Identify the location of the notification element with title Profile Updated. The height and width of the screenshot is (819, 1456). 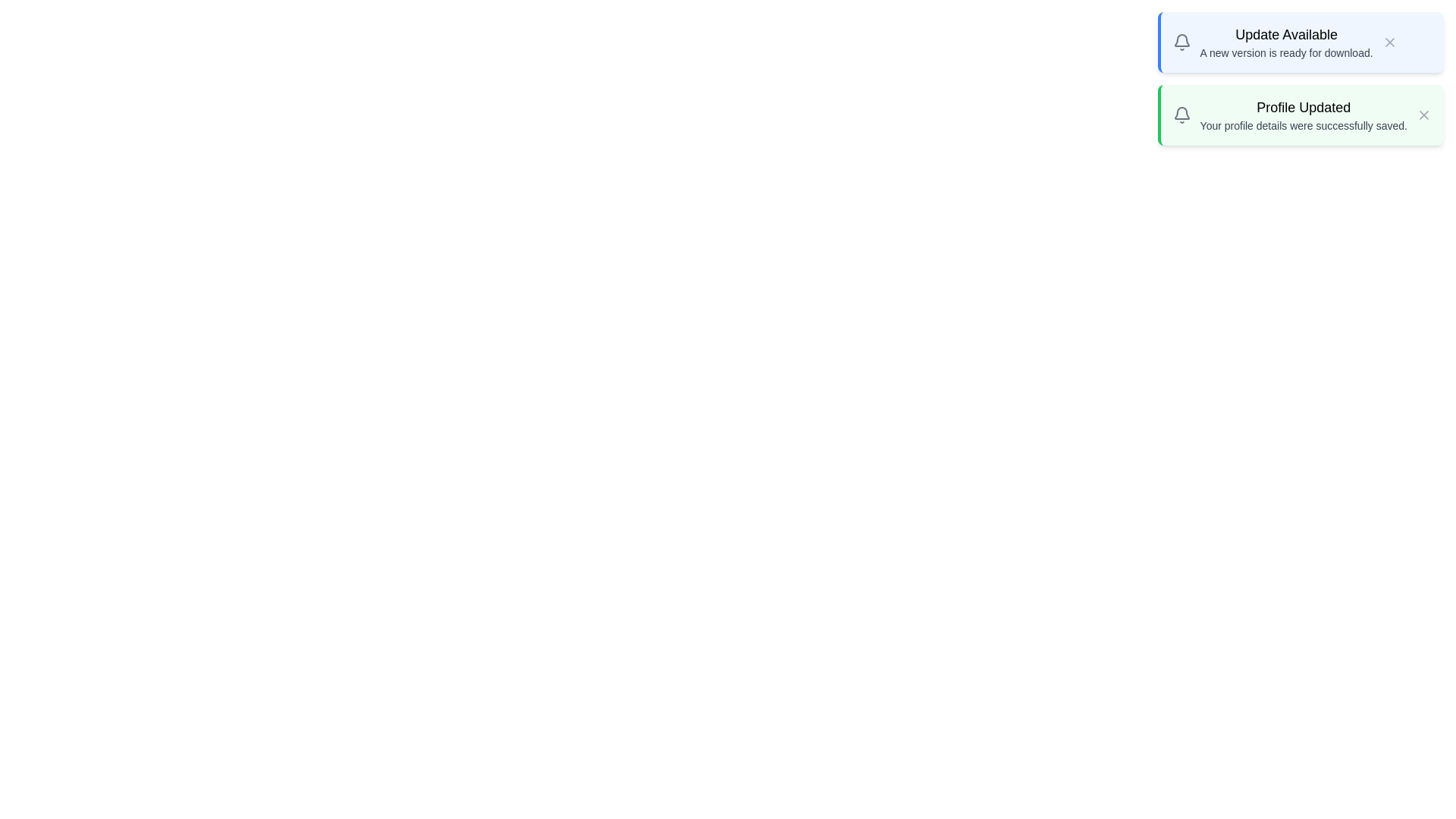
(1300, 114).